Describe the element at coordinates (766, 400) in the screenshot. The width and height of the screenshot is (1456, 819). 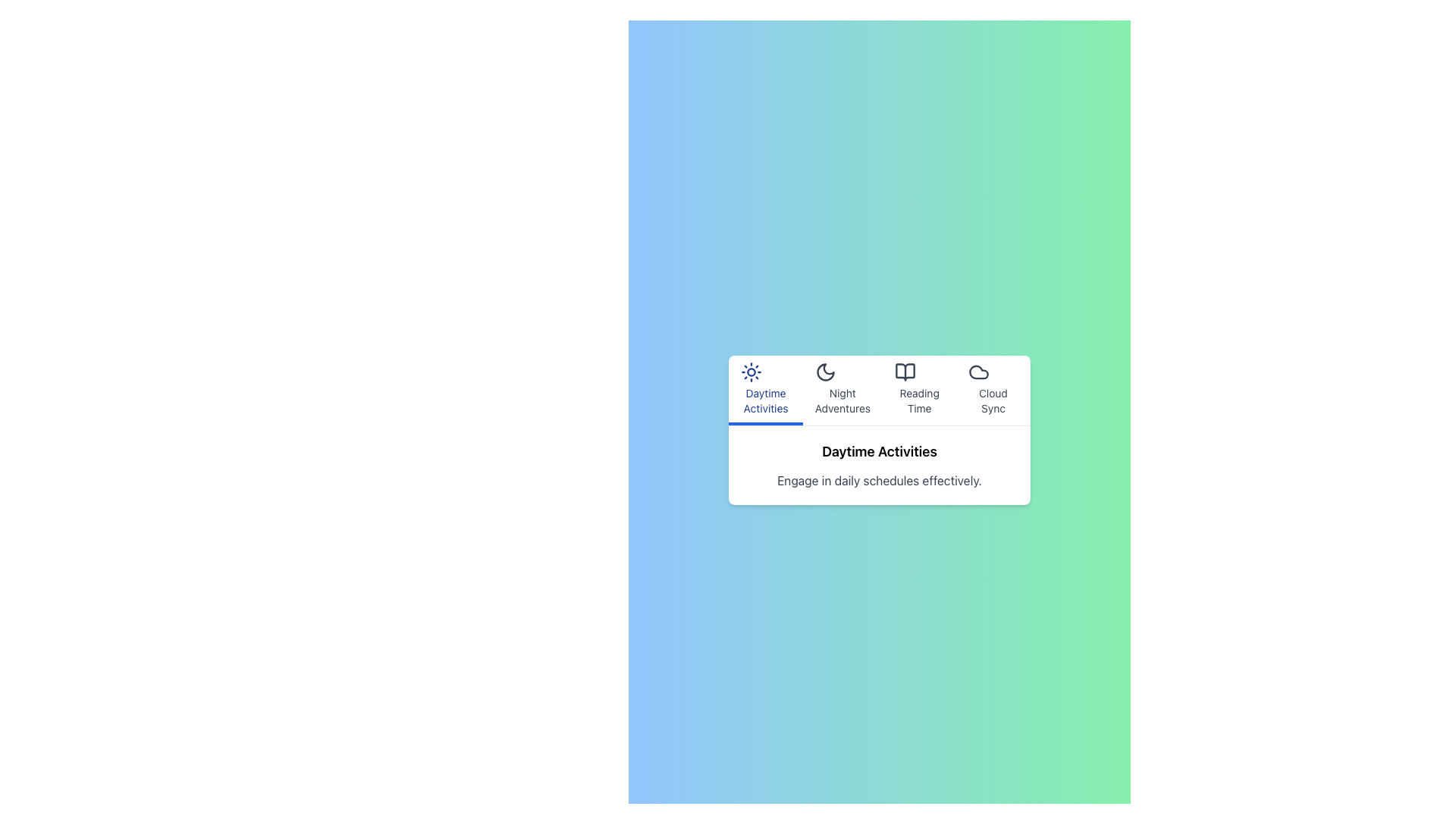
I see `the 'Daytime Activities' text label, which is displayed in smaller blue font and located under the sun icon in the navigation bar` at that location.